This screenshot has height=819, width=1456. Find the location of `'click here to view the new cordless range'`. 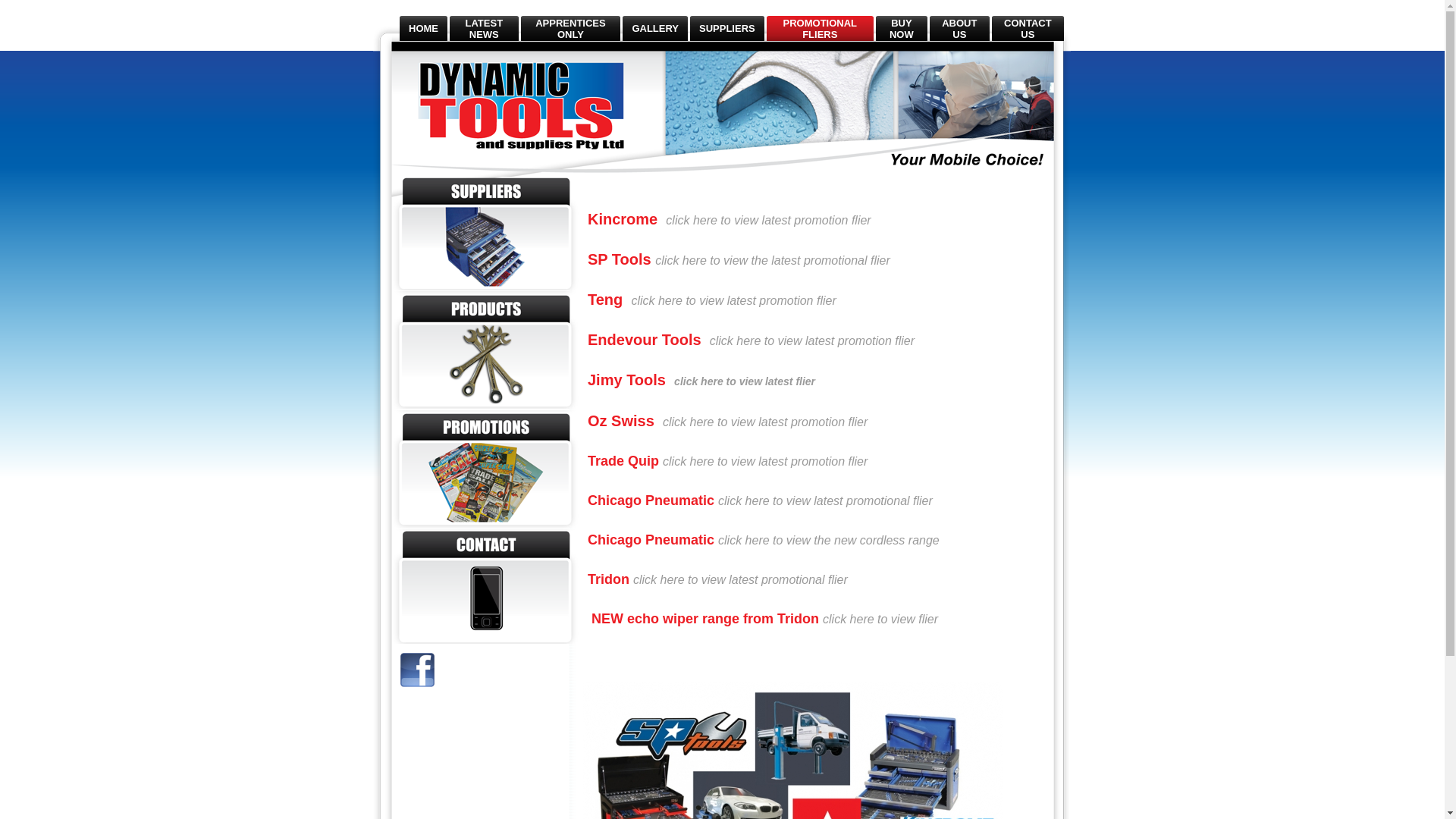

'click here to view the new cordless range' is located at coordinates (828, 540).